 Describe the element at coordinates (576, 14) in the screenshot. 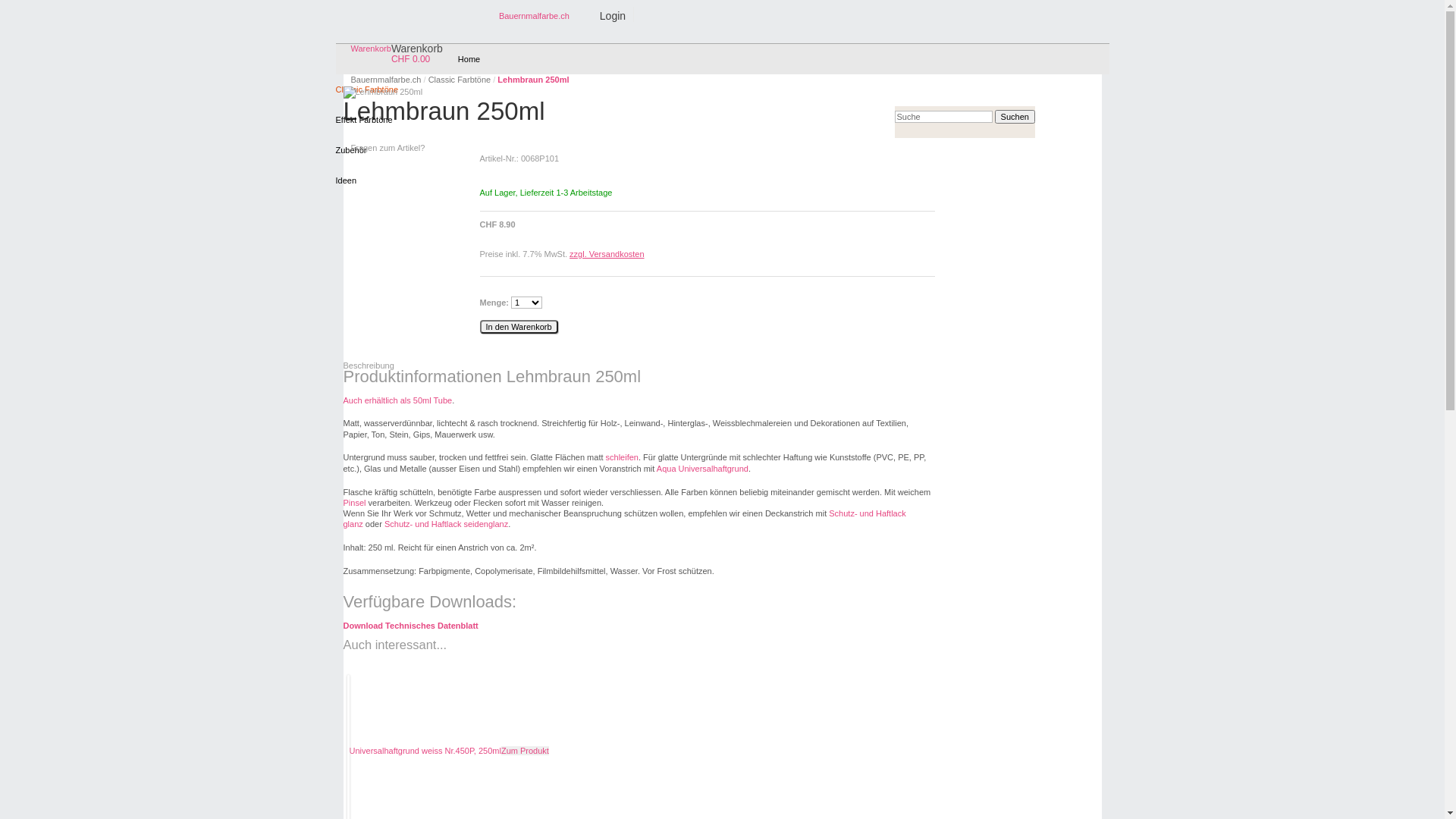

I see `'Login'` at that location.